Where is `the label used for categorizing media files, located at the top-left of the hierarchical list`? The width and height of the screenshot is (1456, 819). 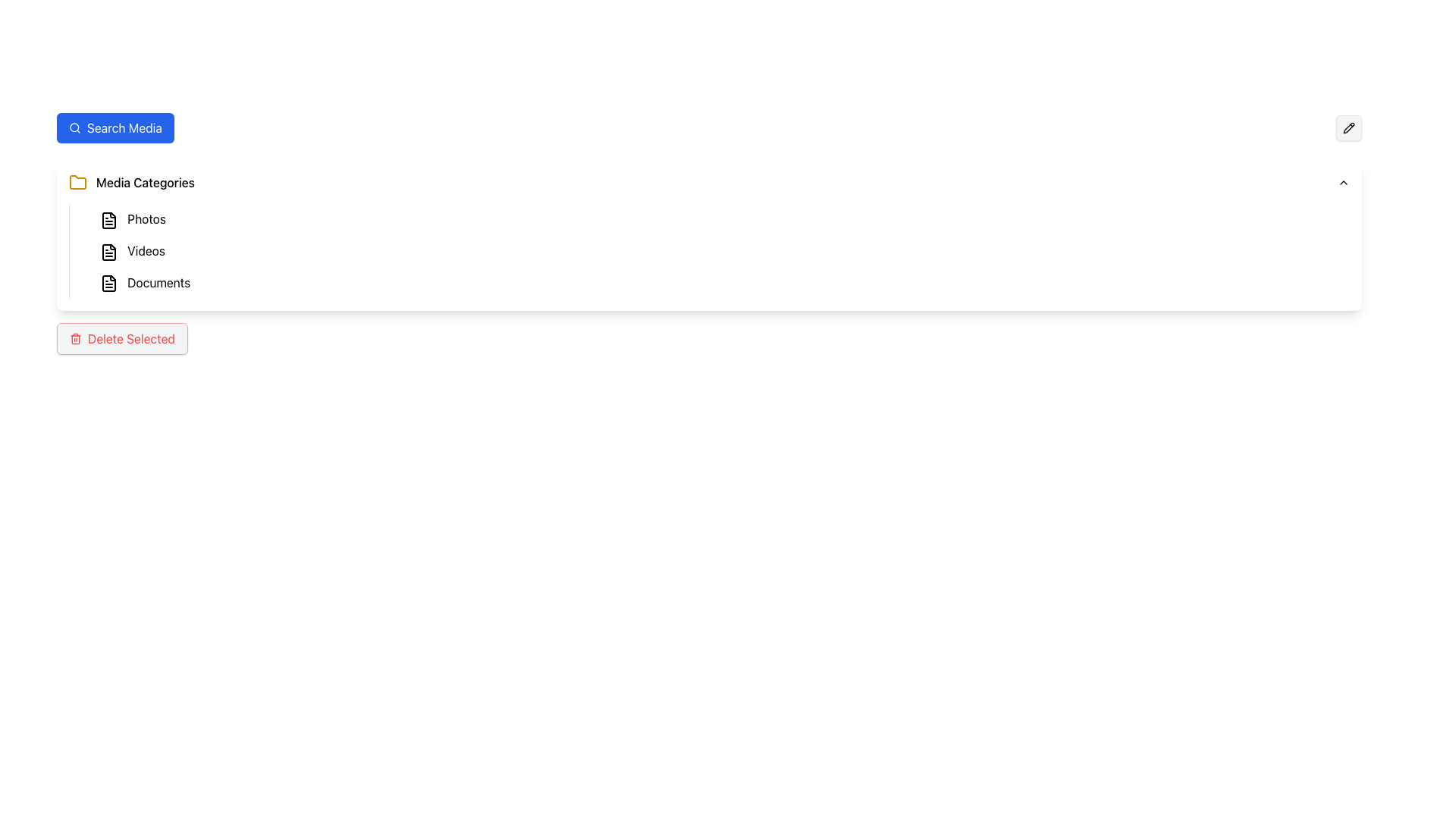 the label used for categorizing media files, located at the top-left of the hierarchical list is located at coordinates (131, 181).